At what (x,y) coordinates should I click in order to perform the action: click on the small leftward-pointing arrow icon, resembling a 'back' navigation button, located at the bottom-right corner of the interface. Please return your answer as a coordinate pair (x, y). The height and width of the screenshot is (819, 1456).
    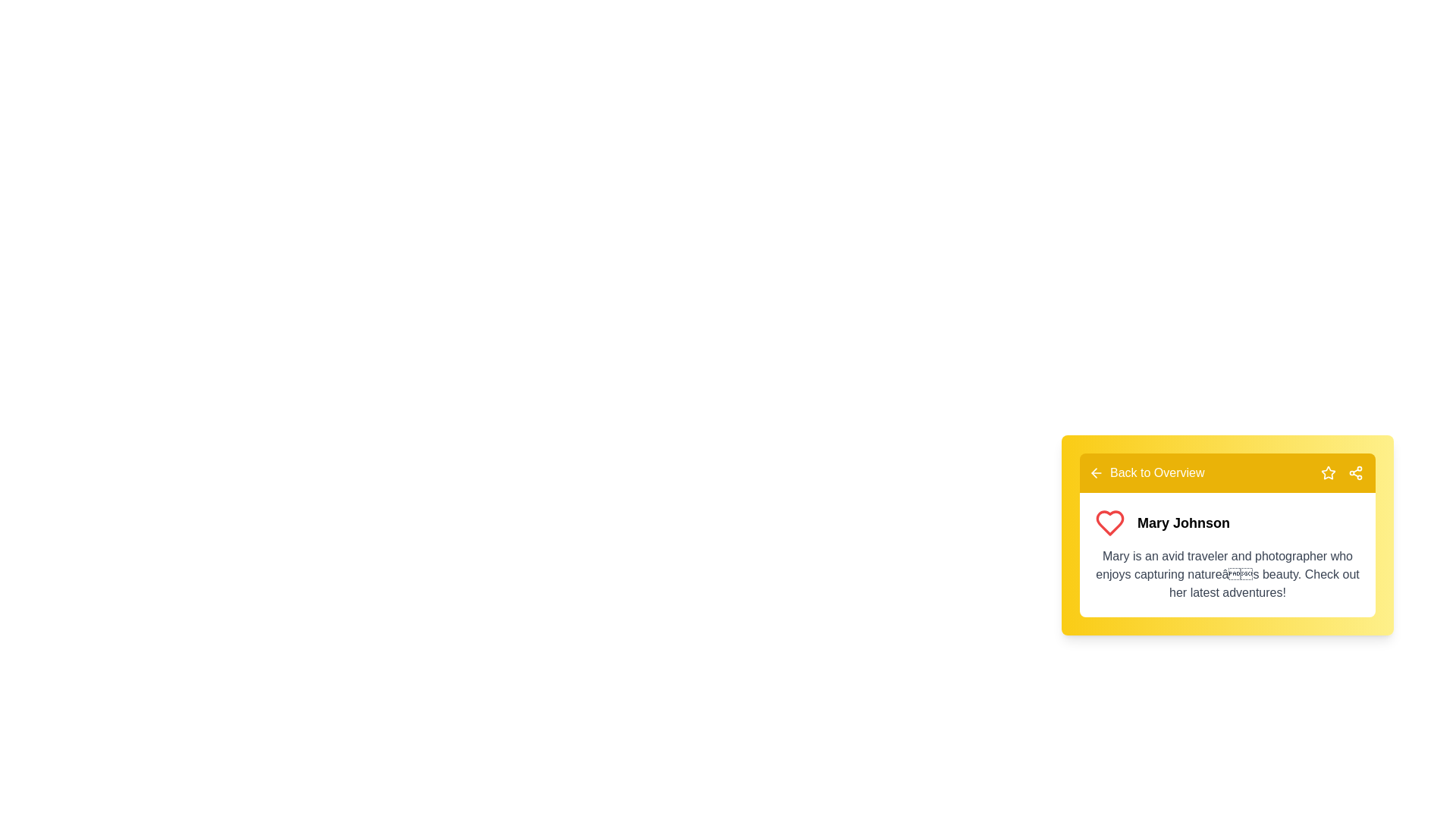
    Looking at the image, I should click on (1094, 472).